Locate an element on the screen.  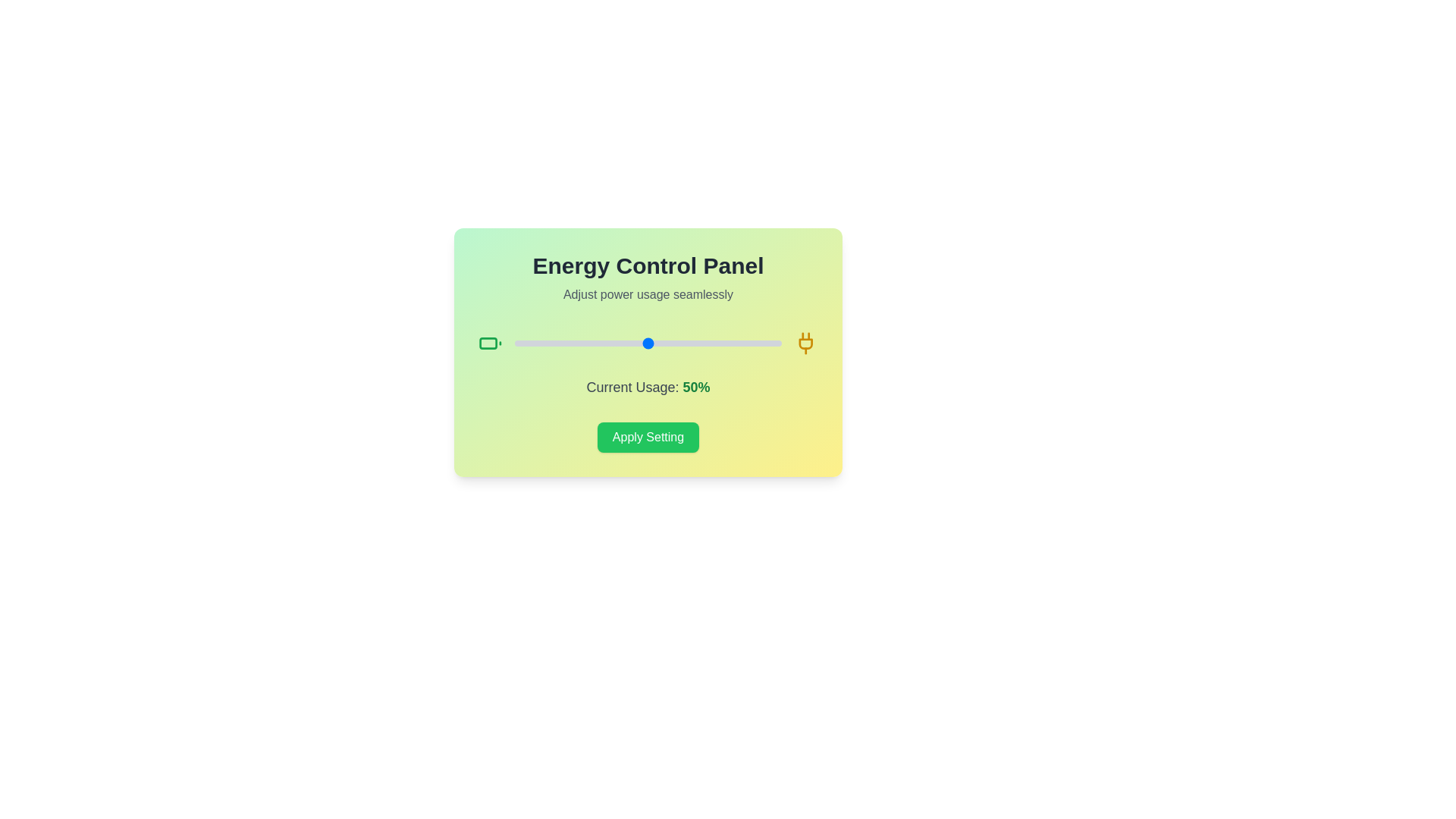
the text element labeled 'Energy Control Panel', which is styled in bold, large dark gray font and located at the top of a greenish gradient background card is located at coordinates (648, 265).